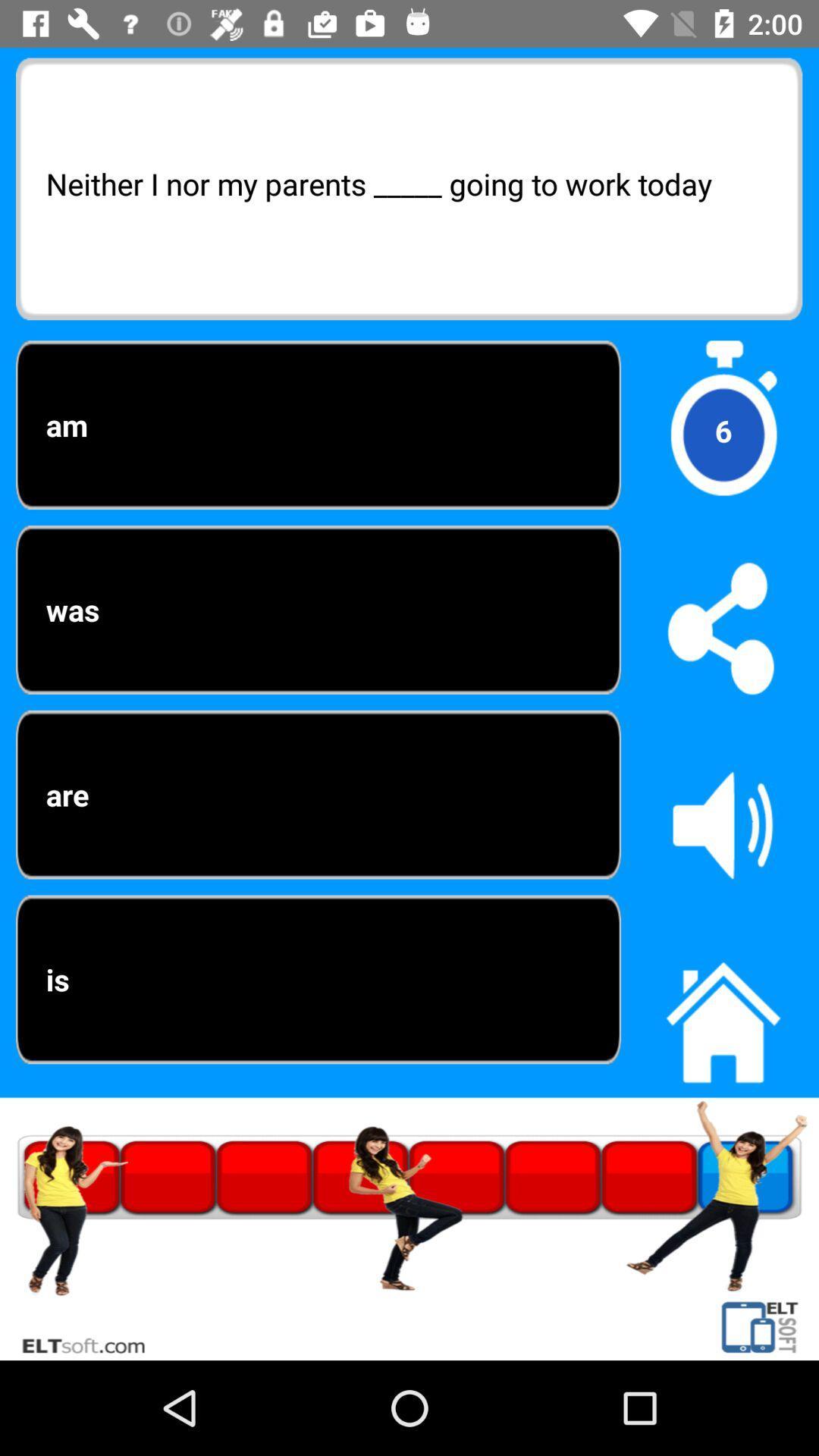 The height and width of the screenshot is (1456, 819). Describe the element at coordinates (722, 1014) in the screenshot. I see `button at the bottom right corner` at that location.